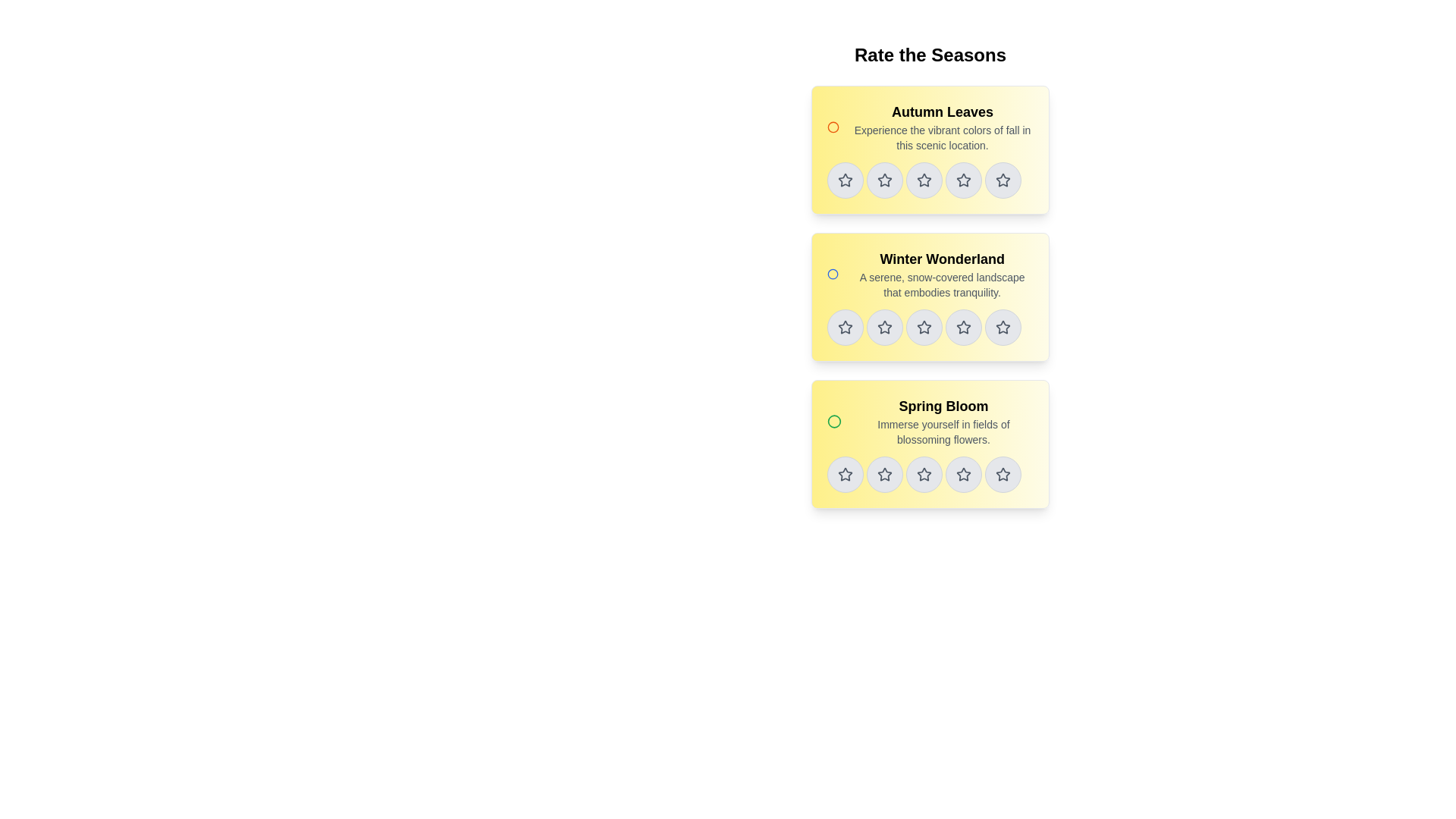  What do you see at coordinates (924, 473) in the screenshot?
I see `the star-shaped icon with a gray outline in the rating section of the 'Spring Bloom' card` at bounding box center [924, 473].